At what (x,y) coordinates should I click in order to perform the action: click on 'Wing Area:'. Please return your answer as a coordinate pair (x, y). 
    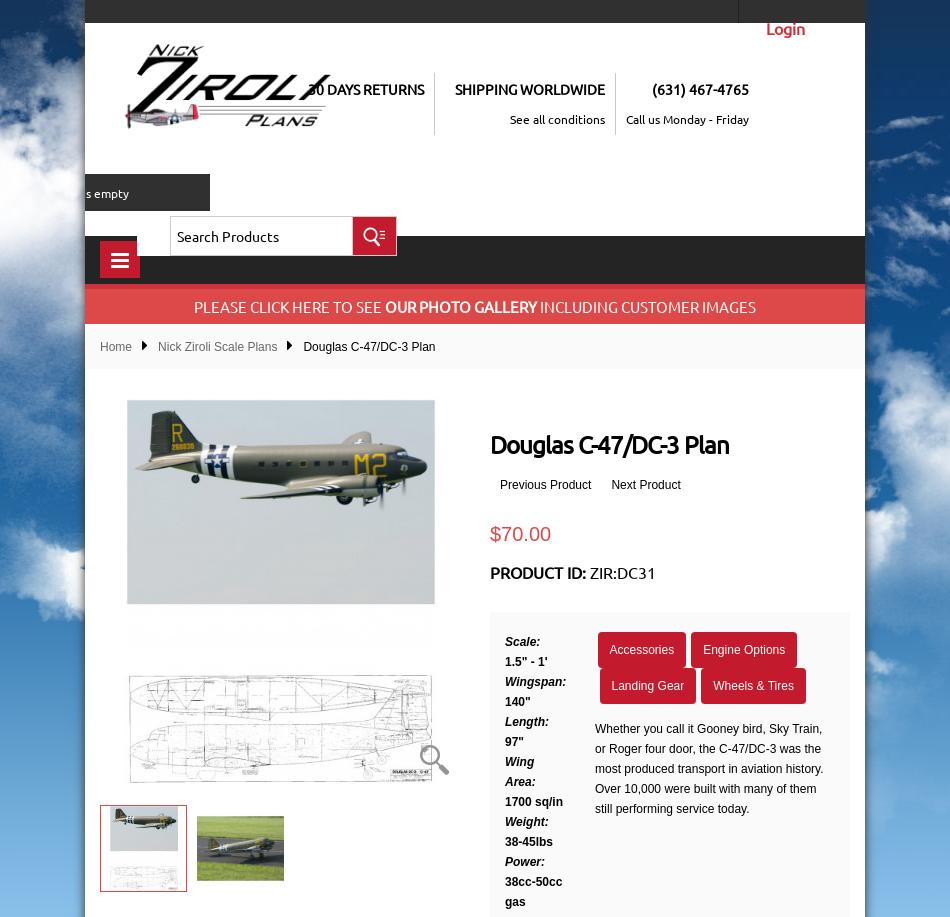
    Looking at the image, I should click on (520, 771).